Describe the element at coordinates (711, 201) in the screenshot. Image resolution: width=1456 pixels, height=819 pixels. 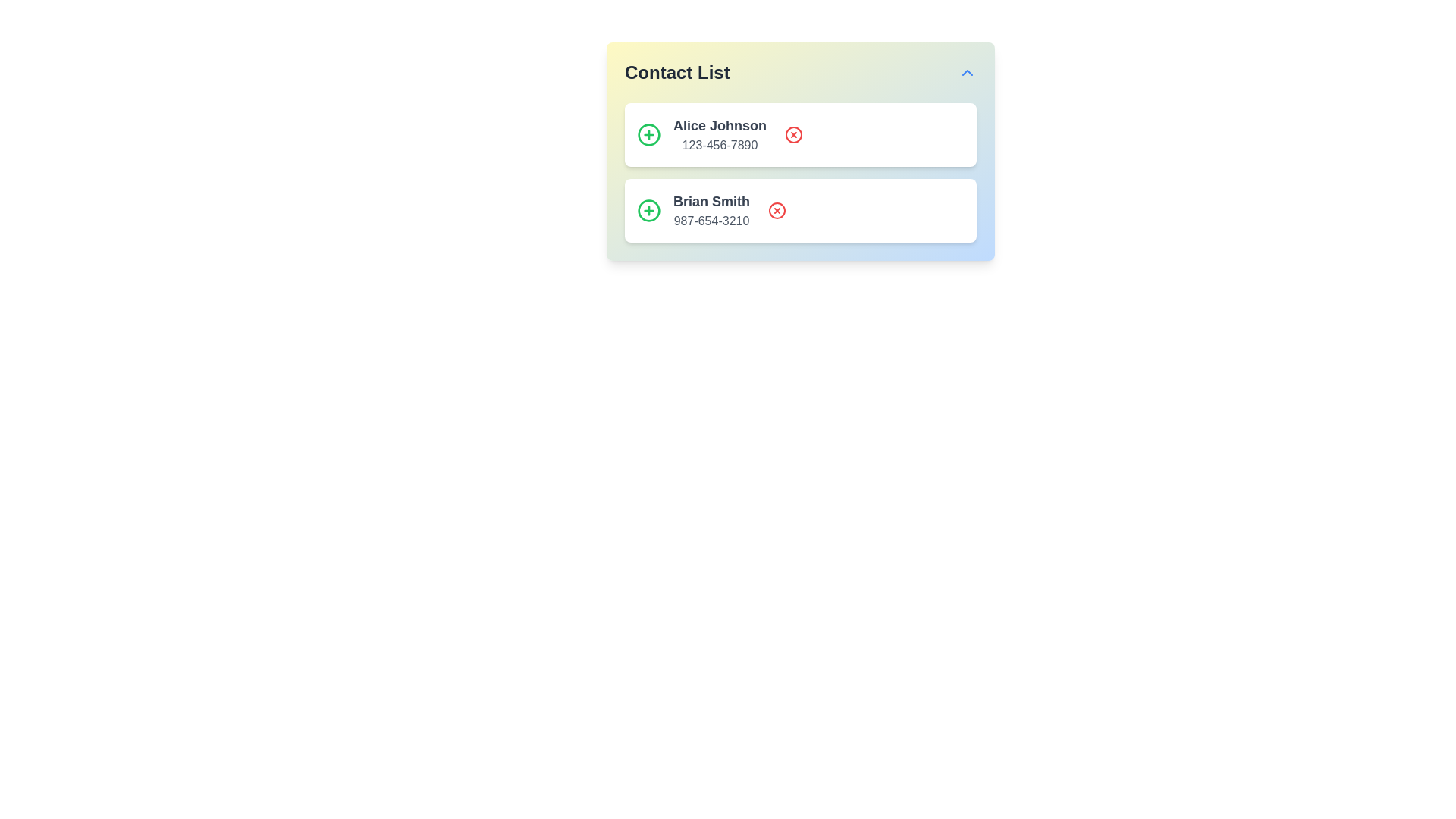
I see `the text label displaying 'Brian Smith' in the contact card layout, which is styled in bold and larger font, indicating its significance in the 'Contact List' section` at that location.